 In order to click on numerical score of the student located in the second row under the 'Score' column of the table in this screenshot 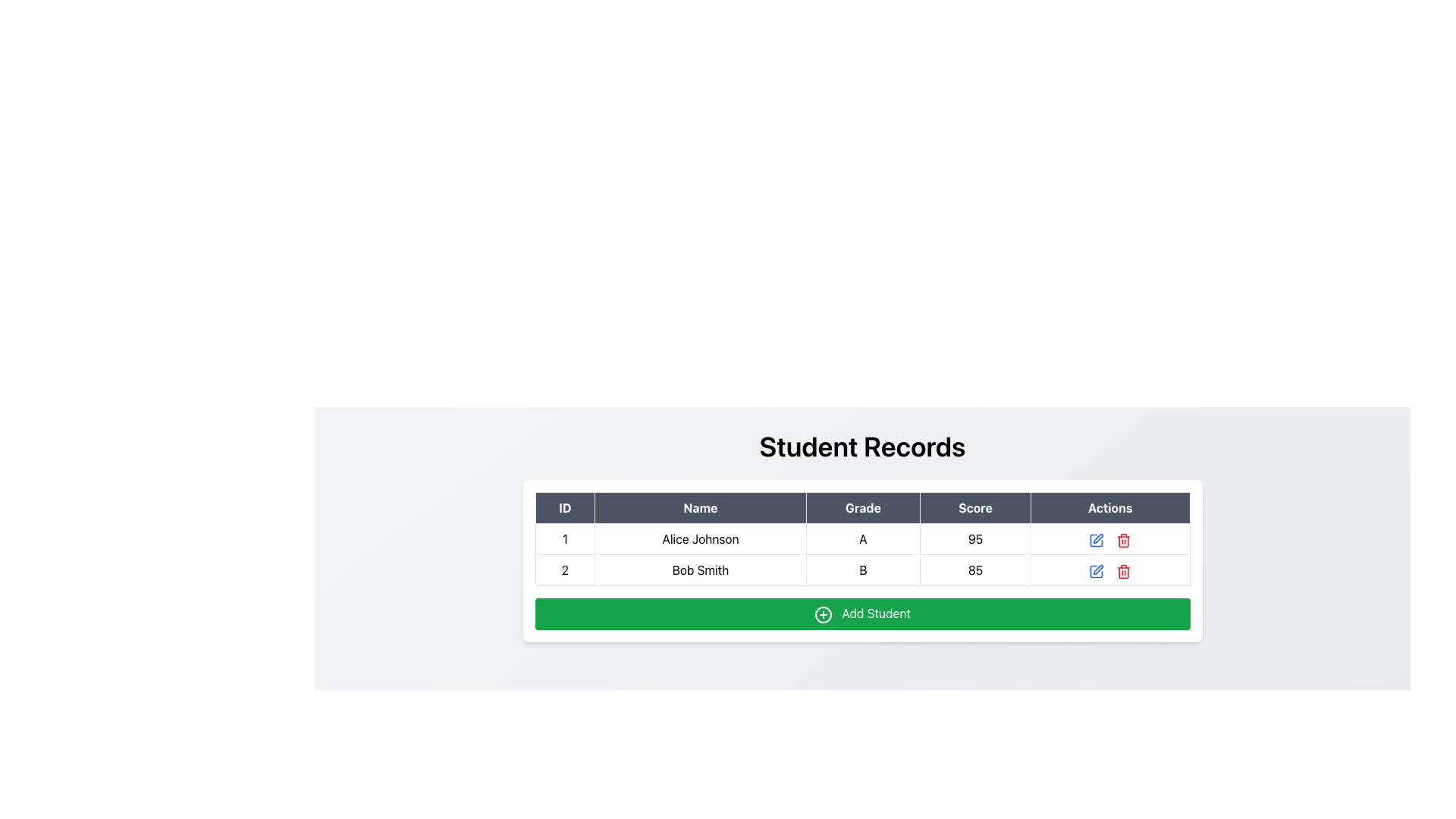, I will do `click(975, 570)`.